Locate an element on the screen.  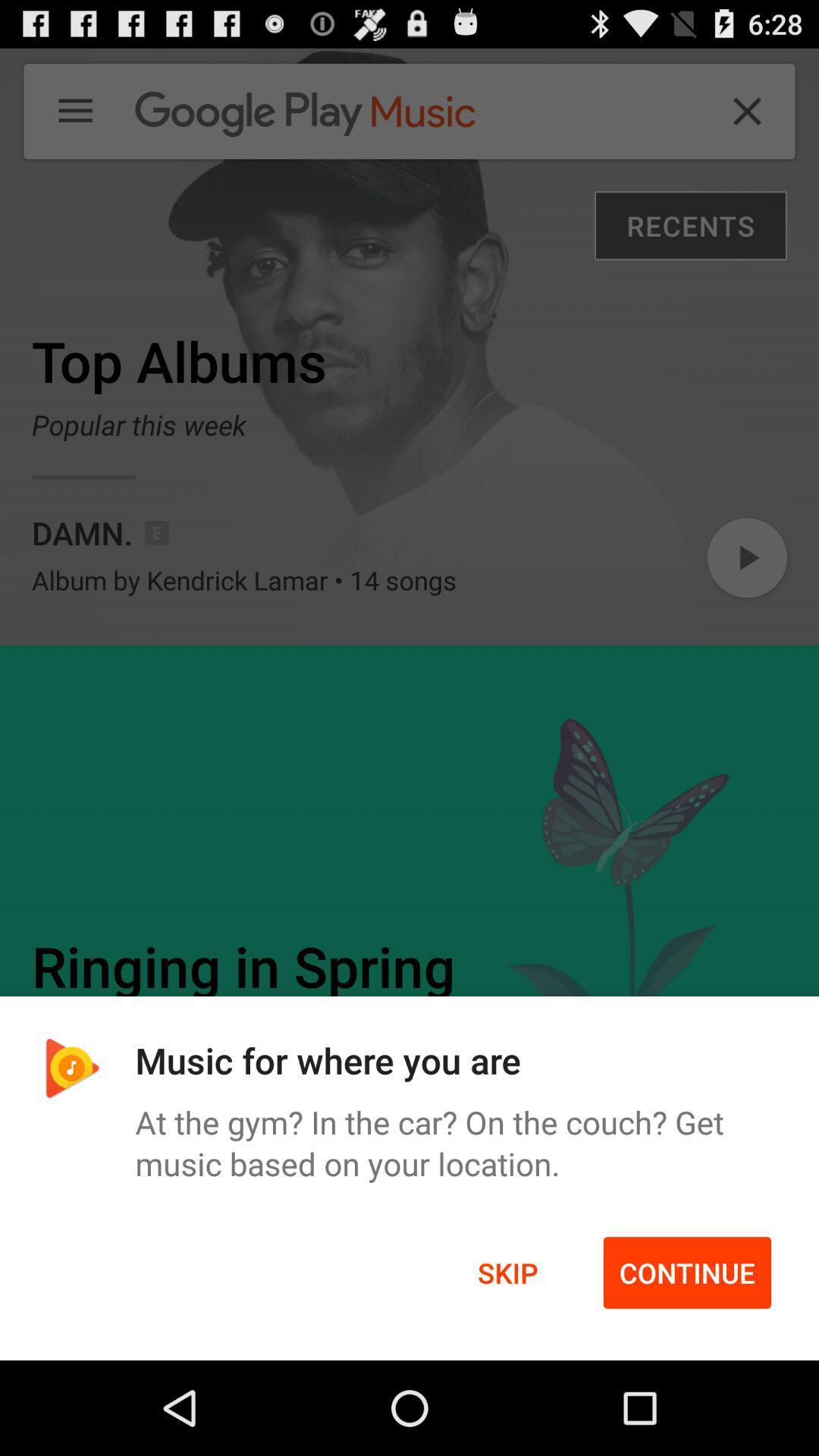
the continue at the bottom right corner is located at coordinates (687, 1272).